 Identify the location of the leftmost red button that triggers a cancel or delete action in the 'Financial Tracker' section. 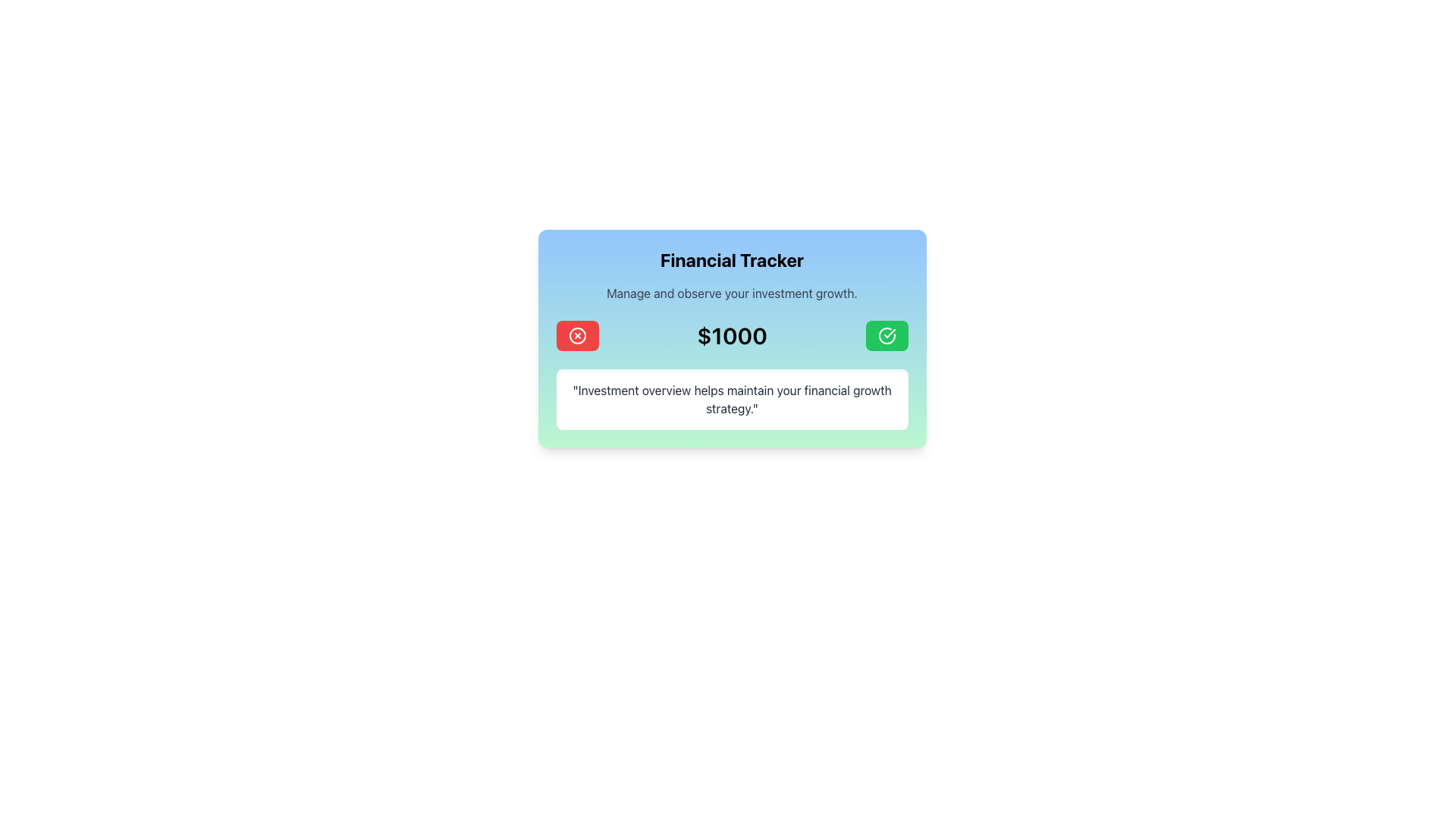
(576, 335).